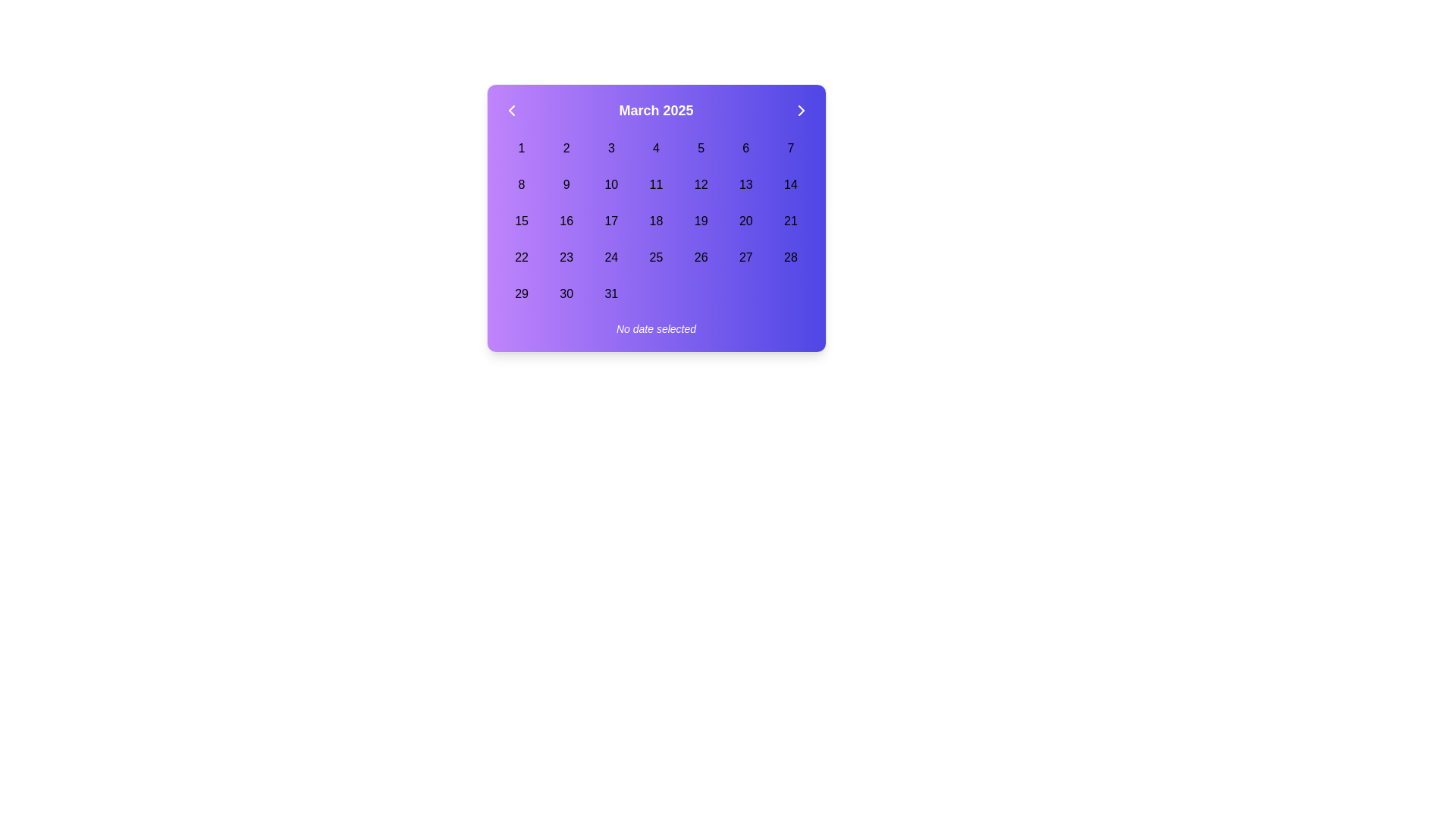 This screenshot has width=1456, height=819. I want to click on the button representing the 20th day of the month in the calendar interface, so click(745, 221).